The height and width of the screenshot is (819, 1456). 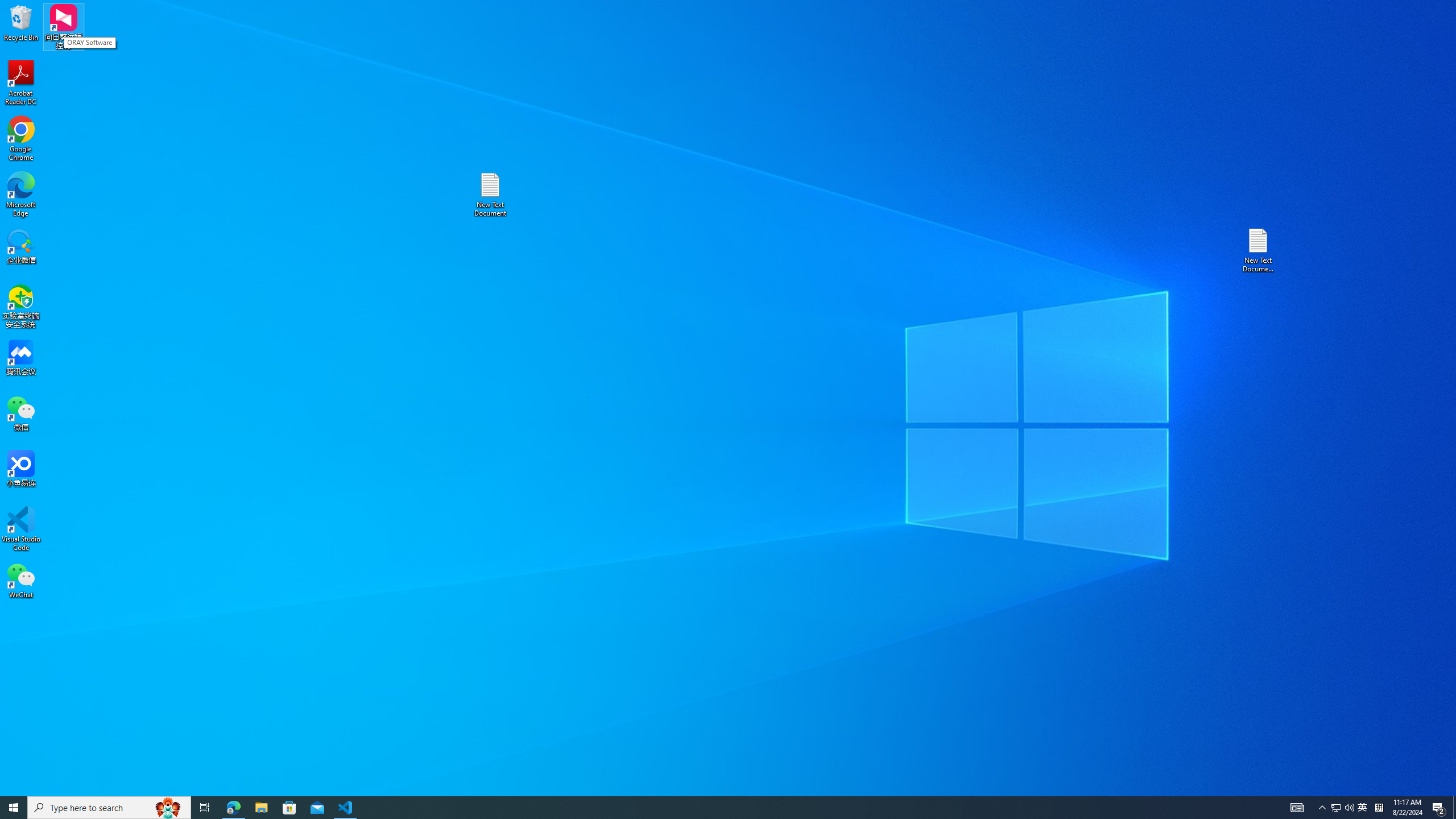 I want to click on 'Recycle Bin', so click(x=20, y=22).